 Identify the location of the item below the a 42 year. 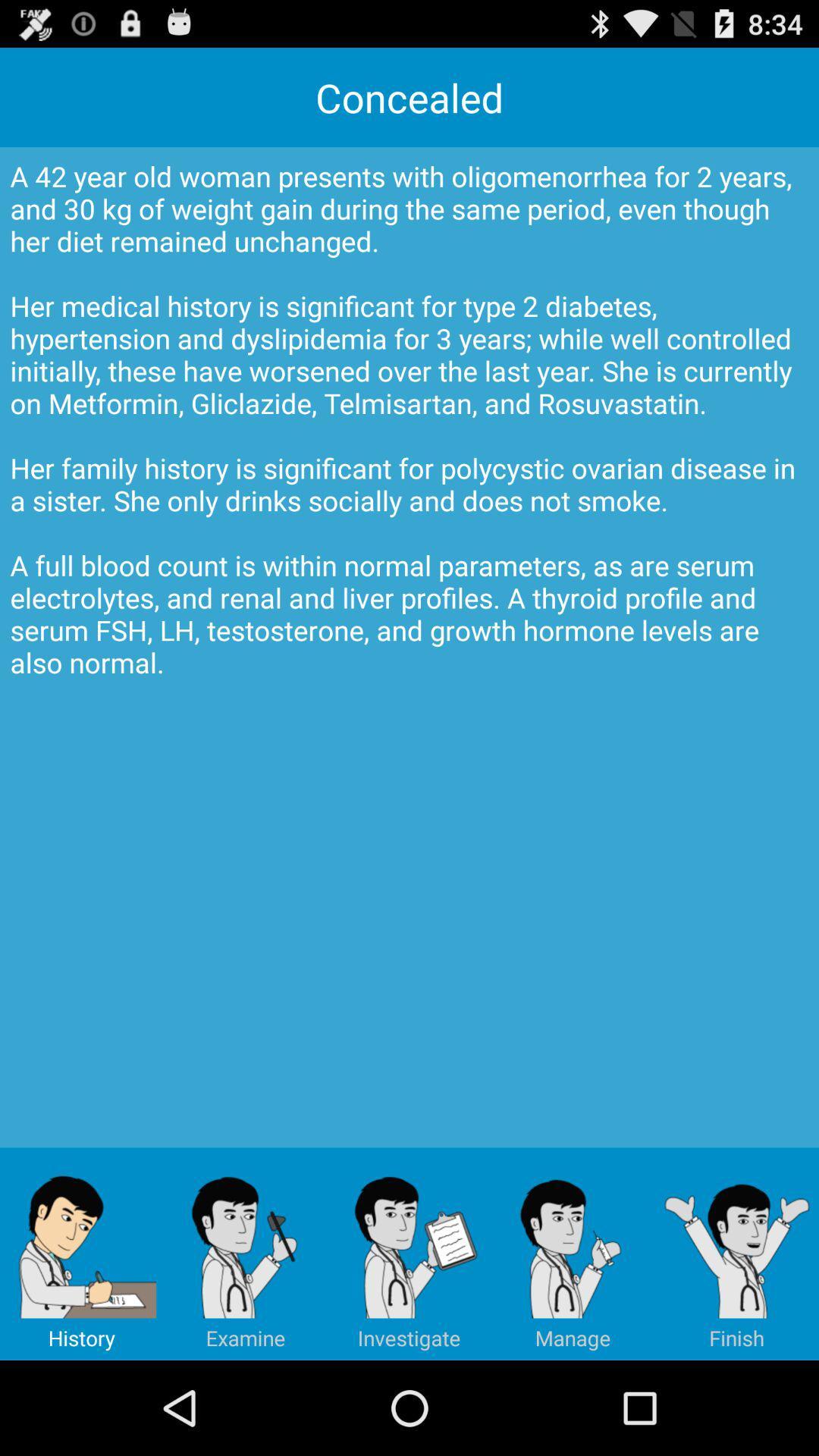
(736, 1254).